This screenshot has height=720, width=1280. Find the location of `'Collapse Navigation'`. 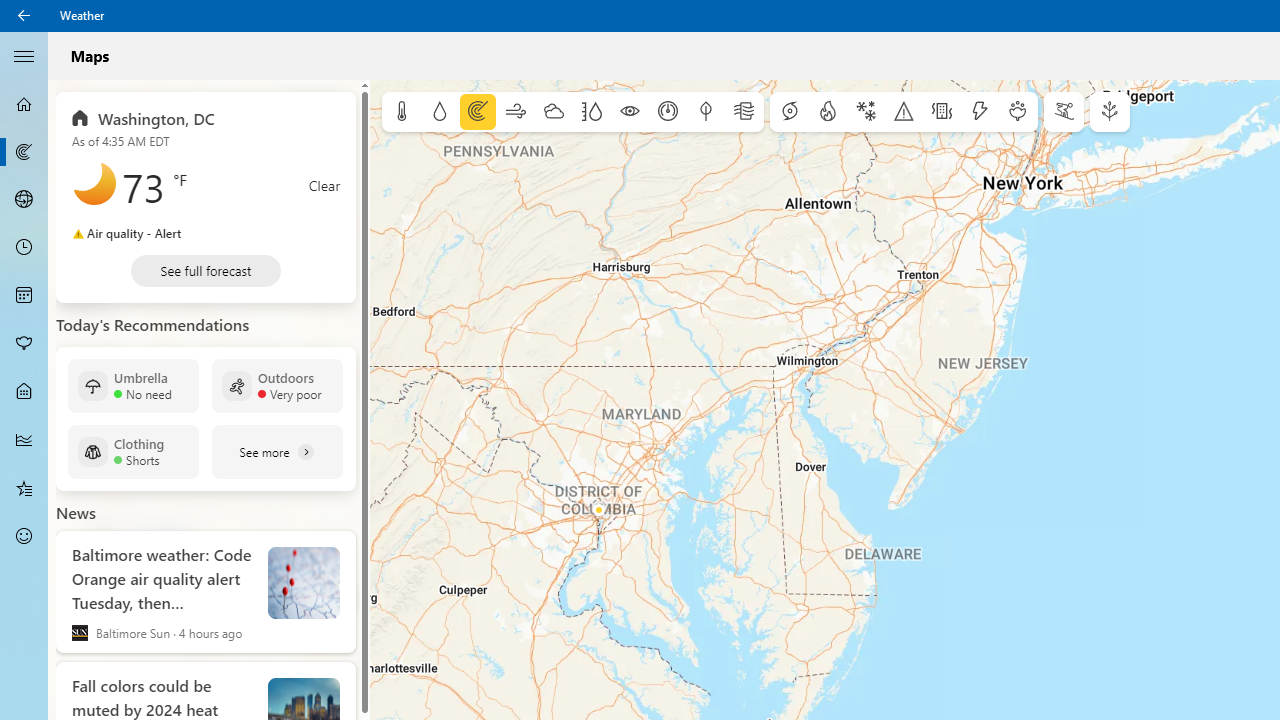

'Collapse Navigation' is located at coordinates (24, 54).